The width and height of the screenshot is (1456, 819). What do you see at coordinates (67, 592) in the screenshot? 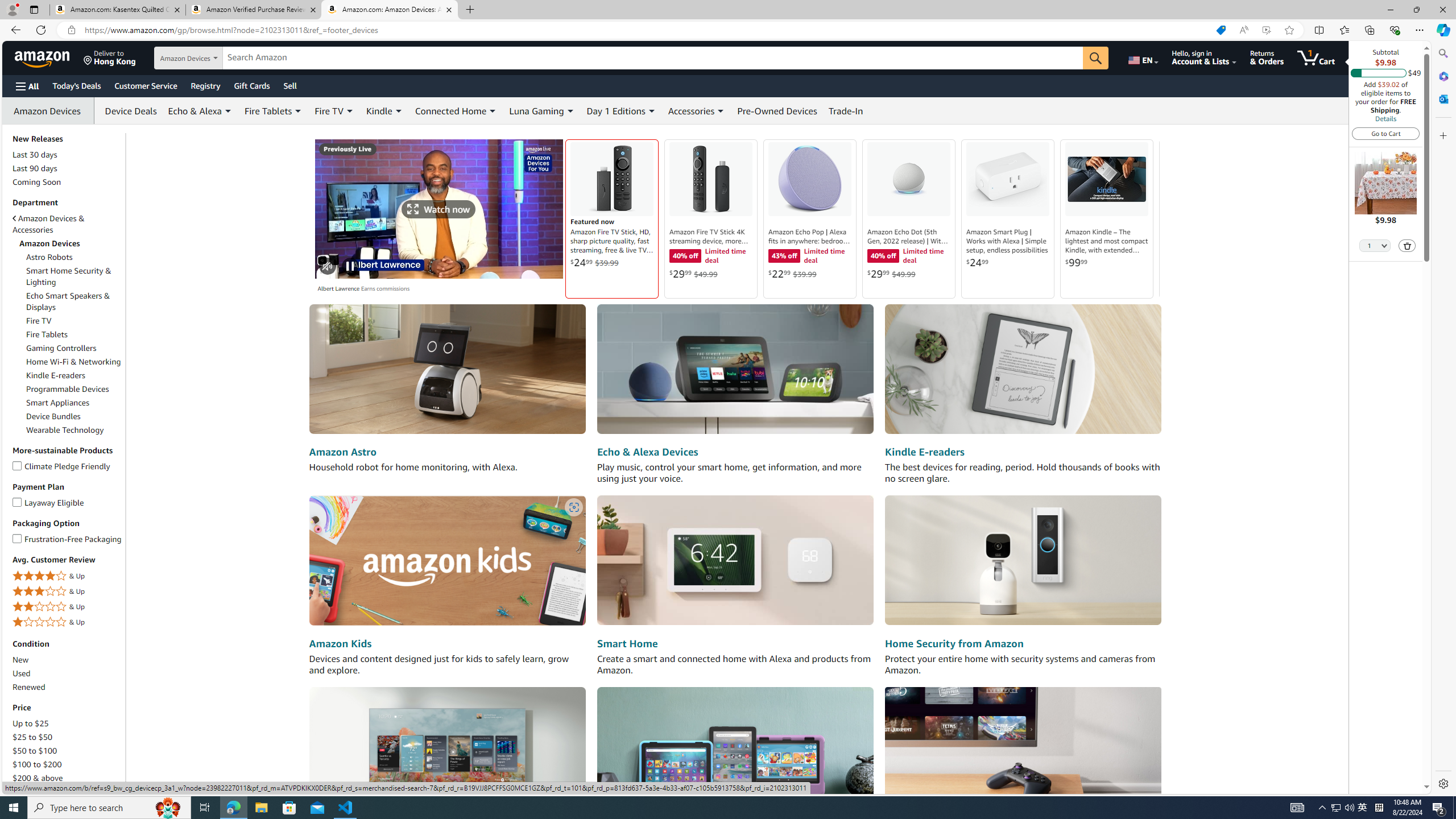
I see `'3 Stars & Up& Up'` at bounding box center [67, 592].